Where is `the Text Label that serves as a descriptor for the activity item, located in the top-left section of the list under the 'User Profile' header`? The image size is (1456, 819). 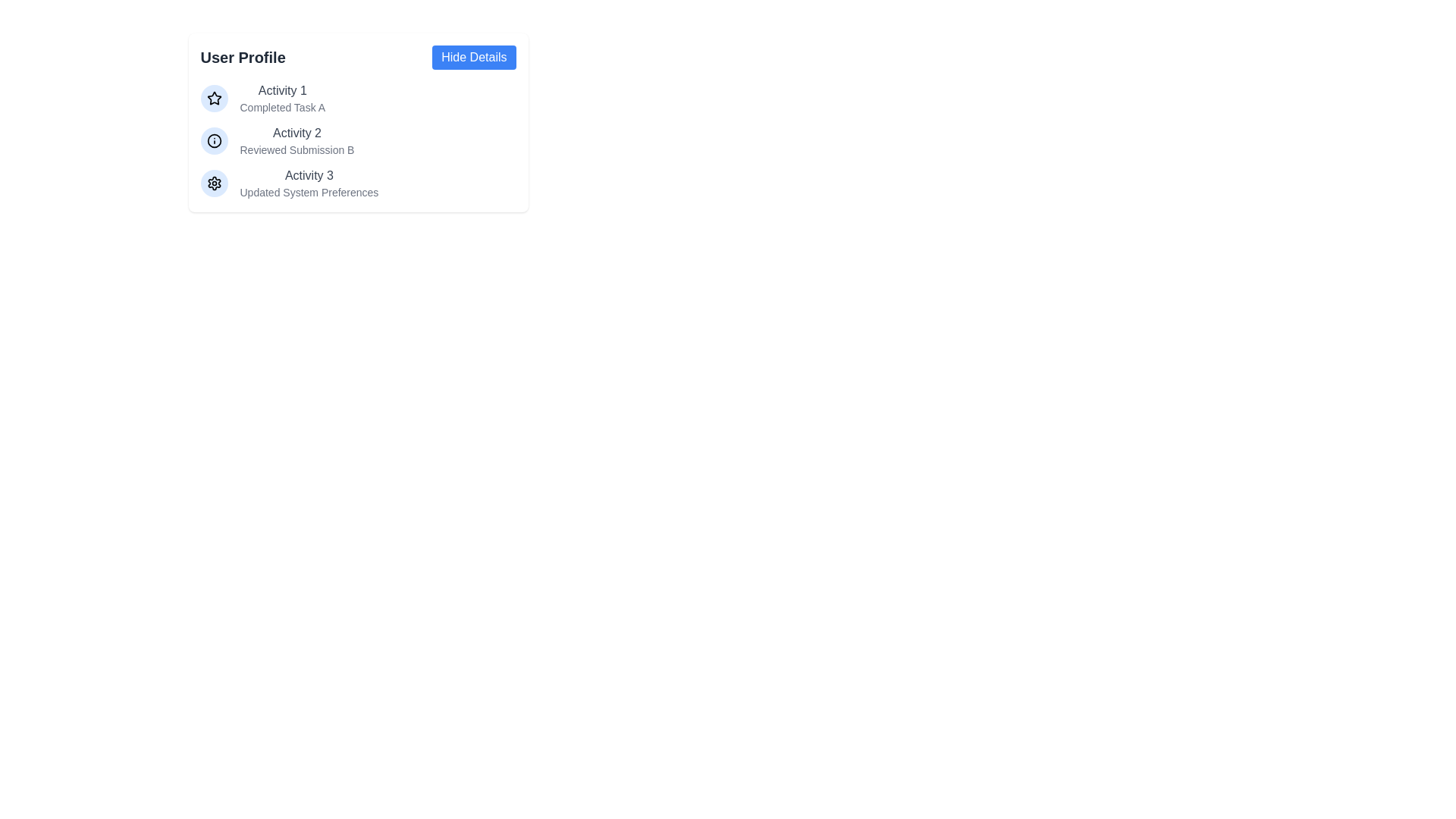 the Text Label that serves as a descriptor for the activity item, located in the top-left section of the list under the 'User Profile' header is located at coordinates (282, 90).